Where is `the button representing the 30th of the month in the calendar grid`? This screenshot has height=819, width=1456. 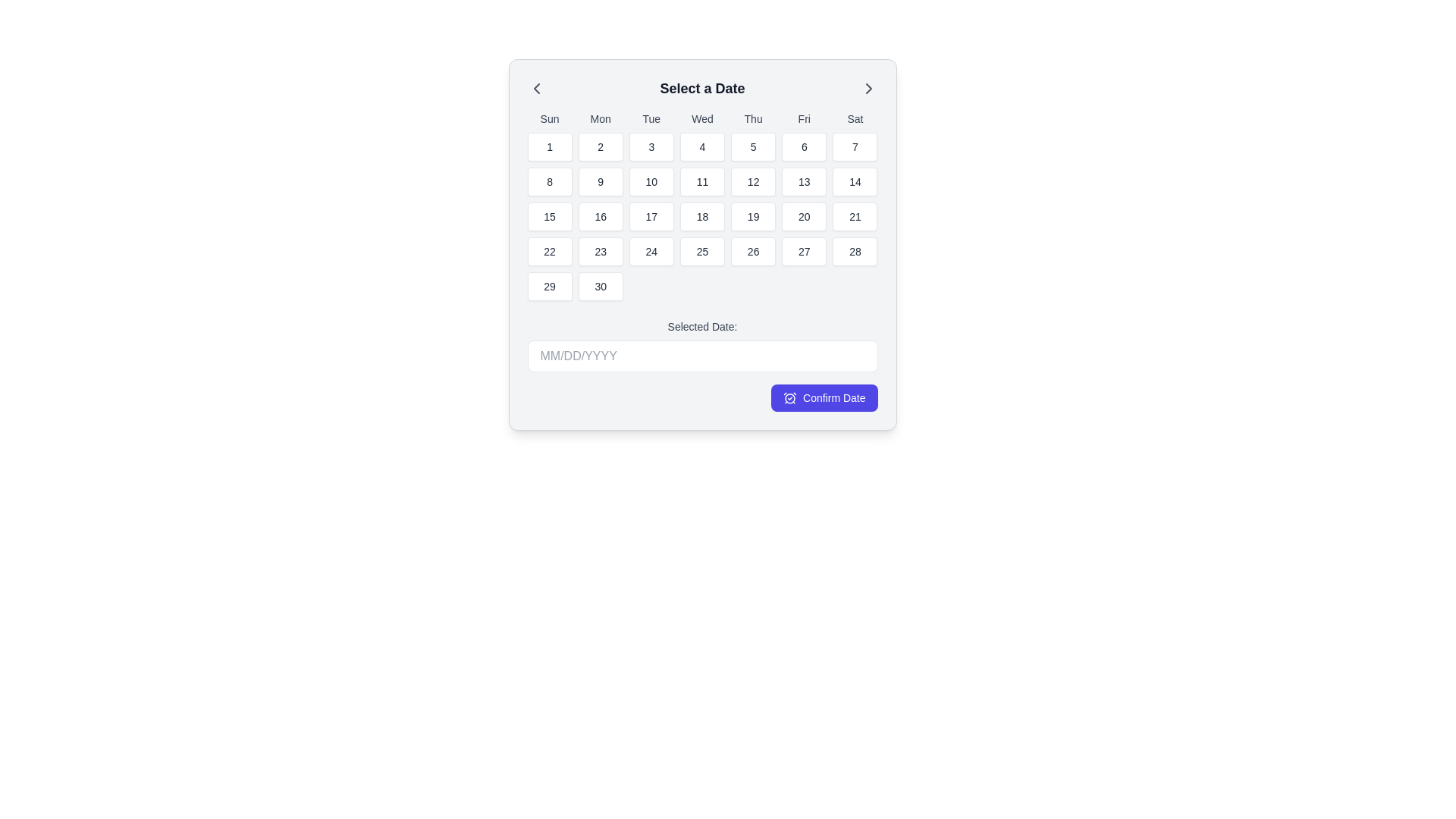 the button representing the 30th of the month in the calendar grid is located at coordinates (600, 287).